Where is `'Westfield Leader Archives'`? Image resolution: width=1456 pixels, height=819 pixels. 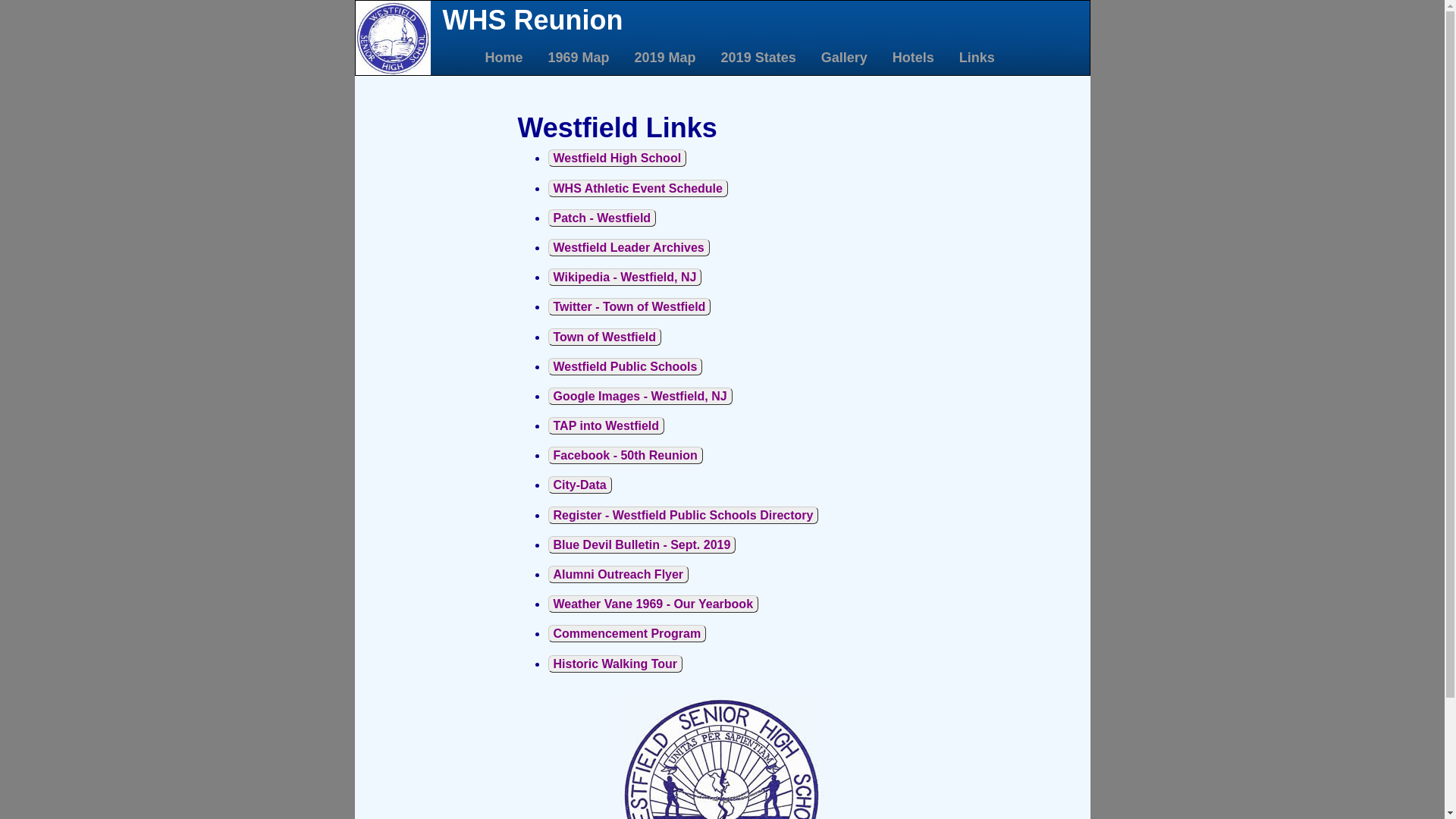
'Westfield Leader Archives' is located at coordinates (628, 246).